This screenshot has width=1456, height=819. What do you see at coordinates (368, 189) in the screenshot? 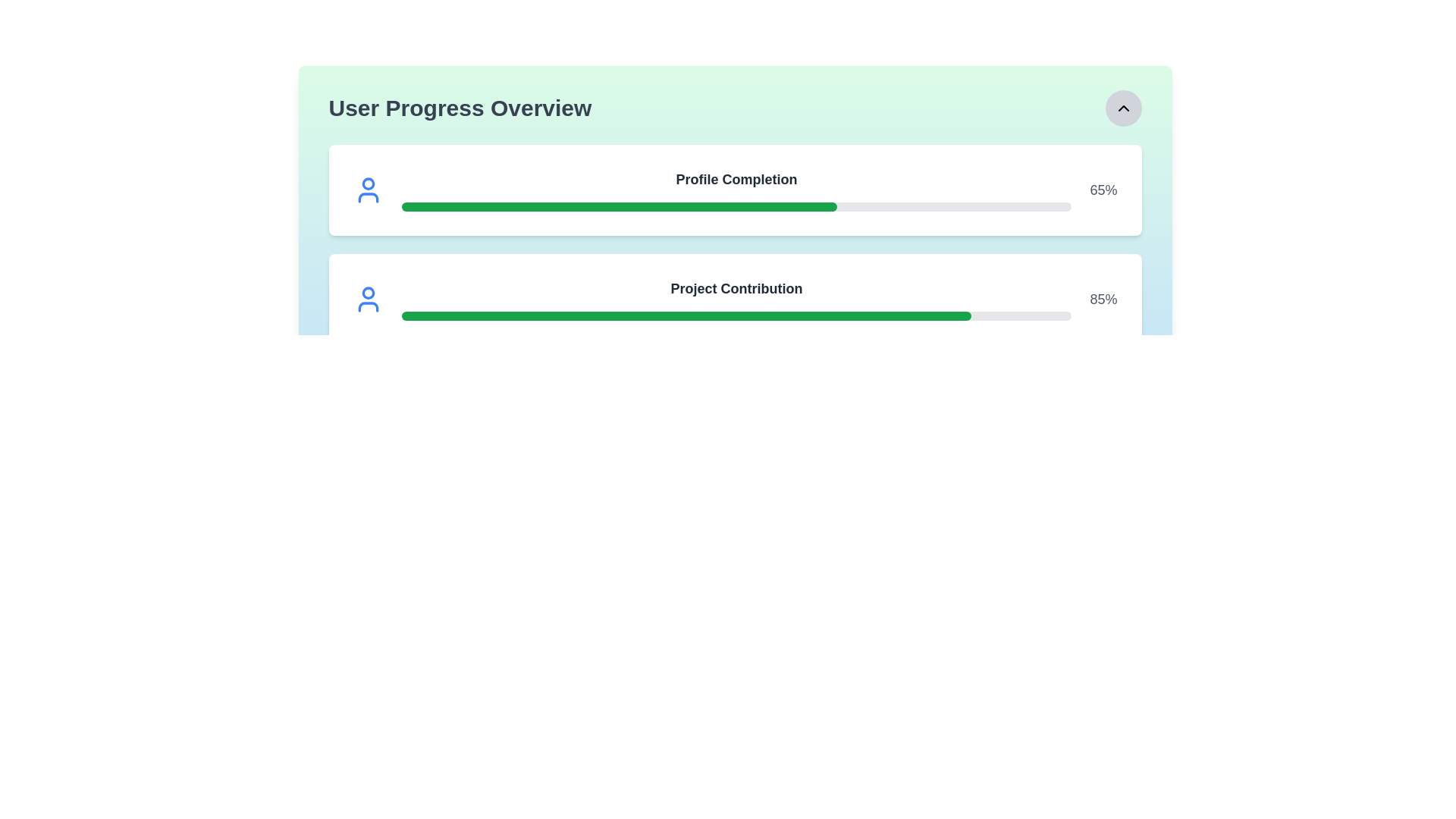
I see `the user profile icon, which is a blue circular icon representing a head and shoulders, located in the first card of the User Progress Overview section` at bounding box center [368, 189].